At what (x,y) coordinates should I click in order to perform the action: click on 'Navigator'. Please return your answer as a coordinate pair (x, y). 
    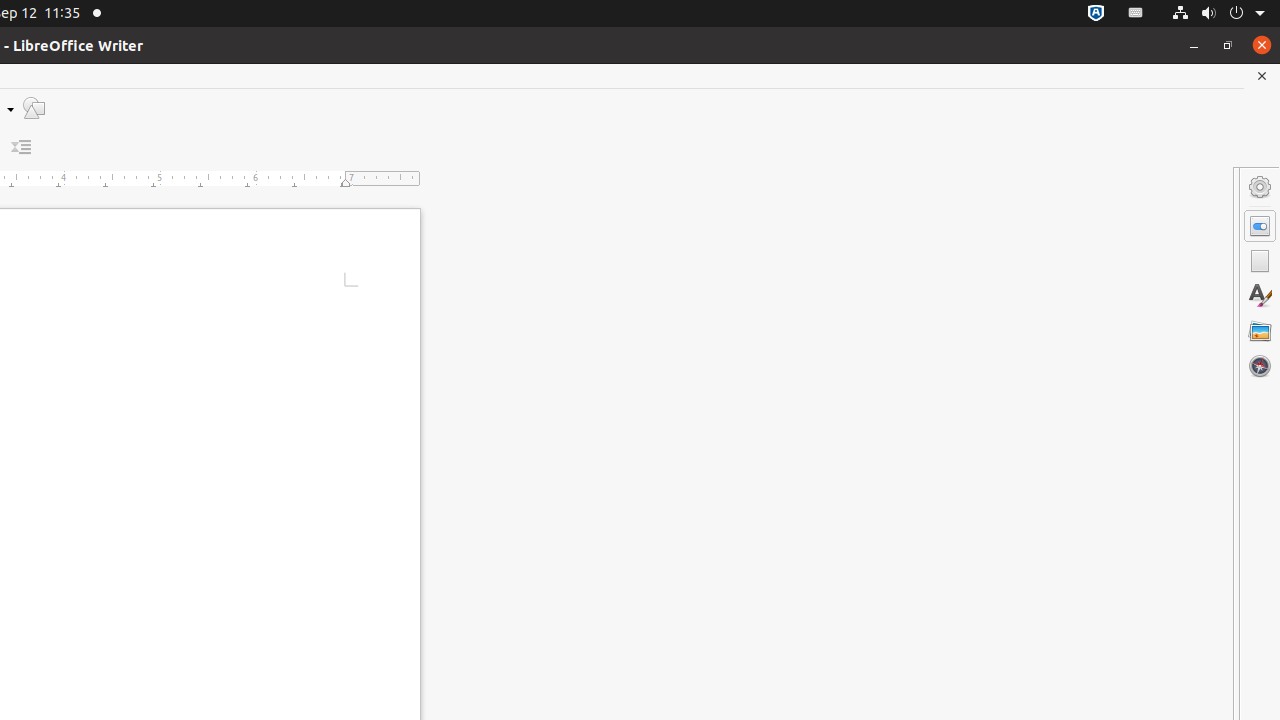
    Looking at the image, I should click on (1259, 365).